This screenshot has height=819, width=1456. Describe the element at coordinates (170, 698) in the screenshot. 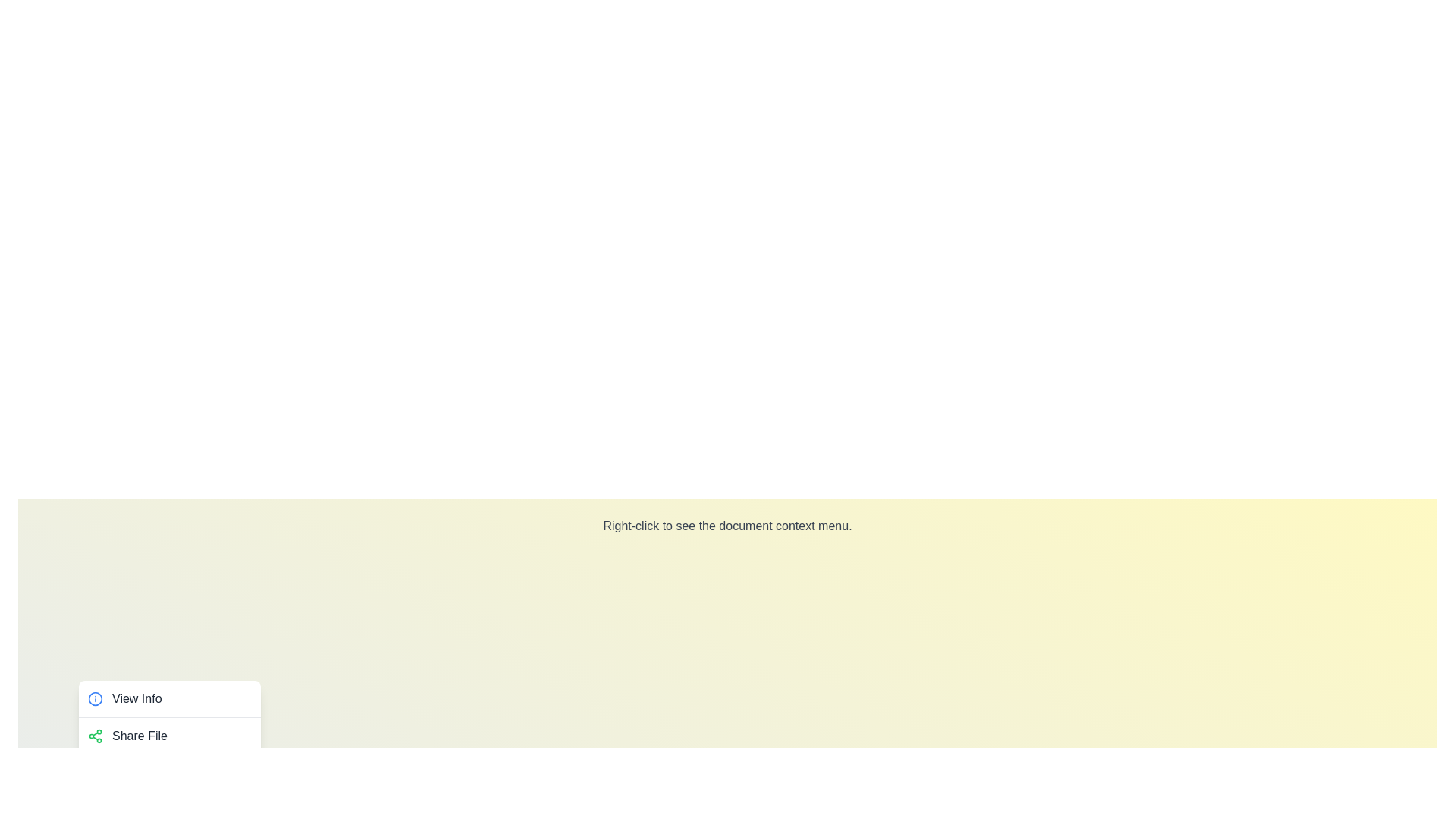

I see `the 'View Info' option in the context menu` at that location.